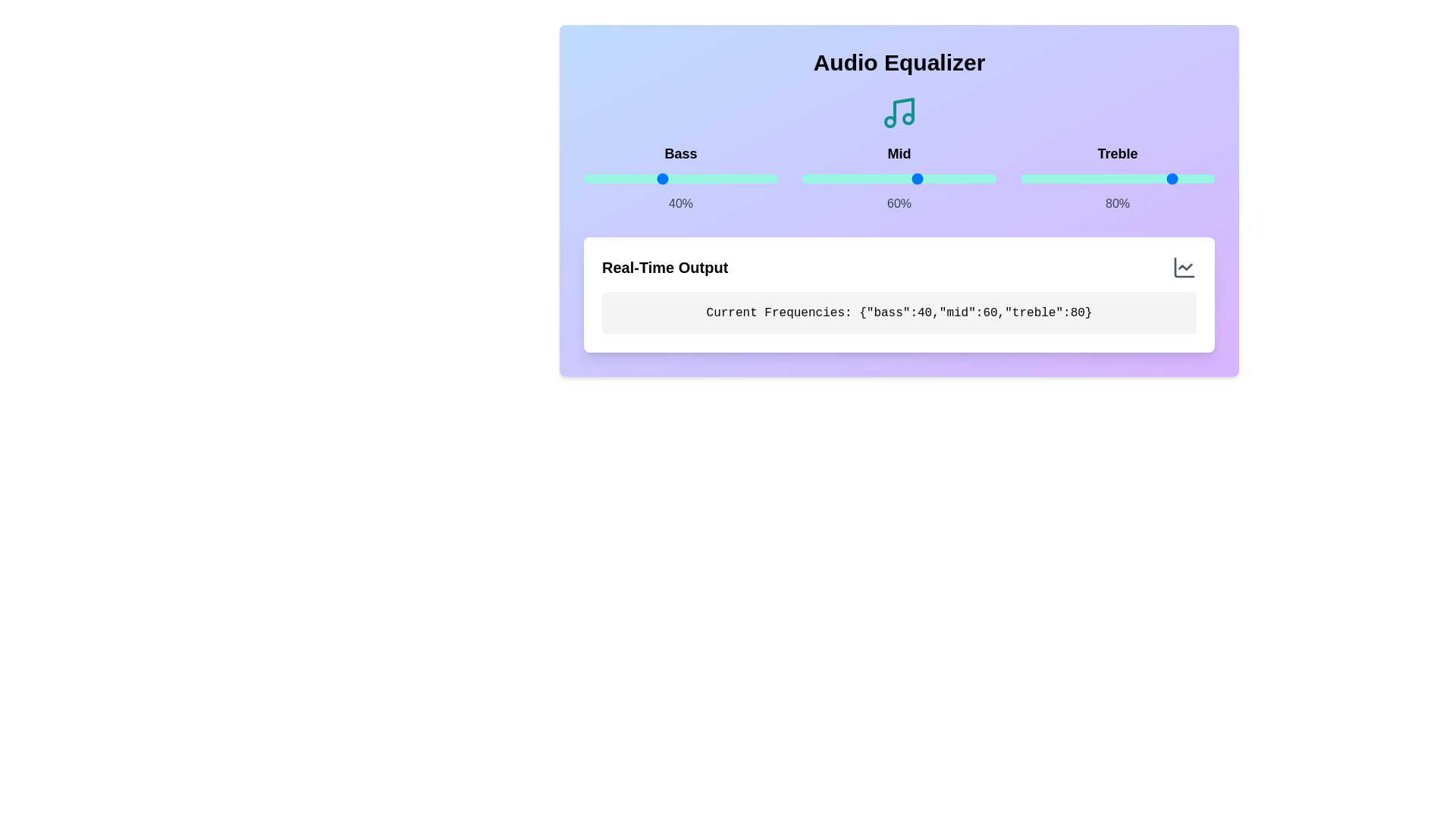 Image resolution: width=1456 pixels, height=819 pixels. What do you see at coordinates (1117, 154) in the screenshot?
I see `the 'Treble' label, which is styled in bold and capitalized font, displayed in black on a violet background, located near the top right of the equalizer interface` at bounding box center [1117, 154].